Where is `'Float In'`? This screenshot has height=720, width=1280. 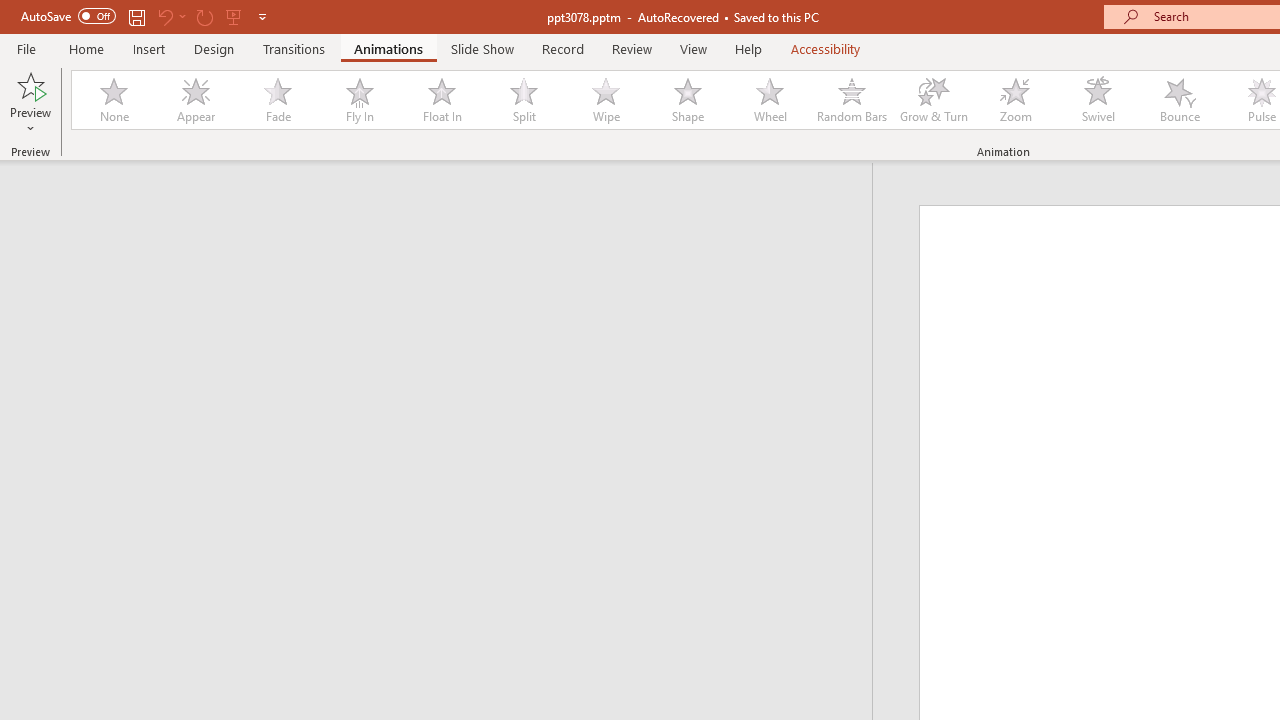 'Float In' is located at coordinates (440, 100).